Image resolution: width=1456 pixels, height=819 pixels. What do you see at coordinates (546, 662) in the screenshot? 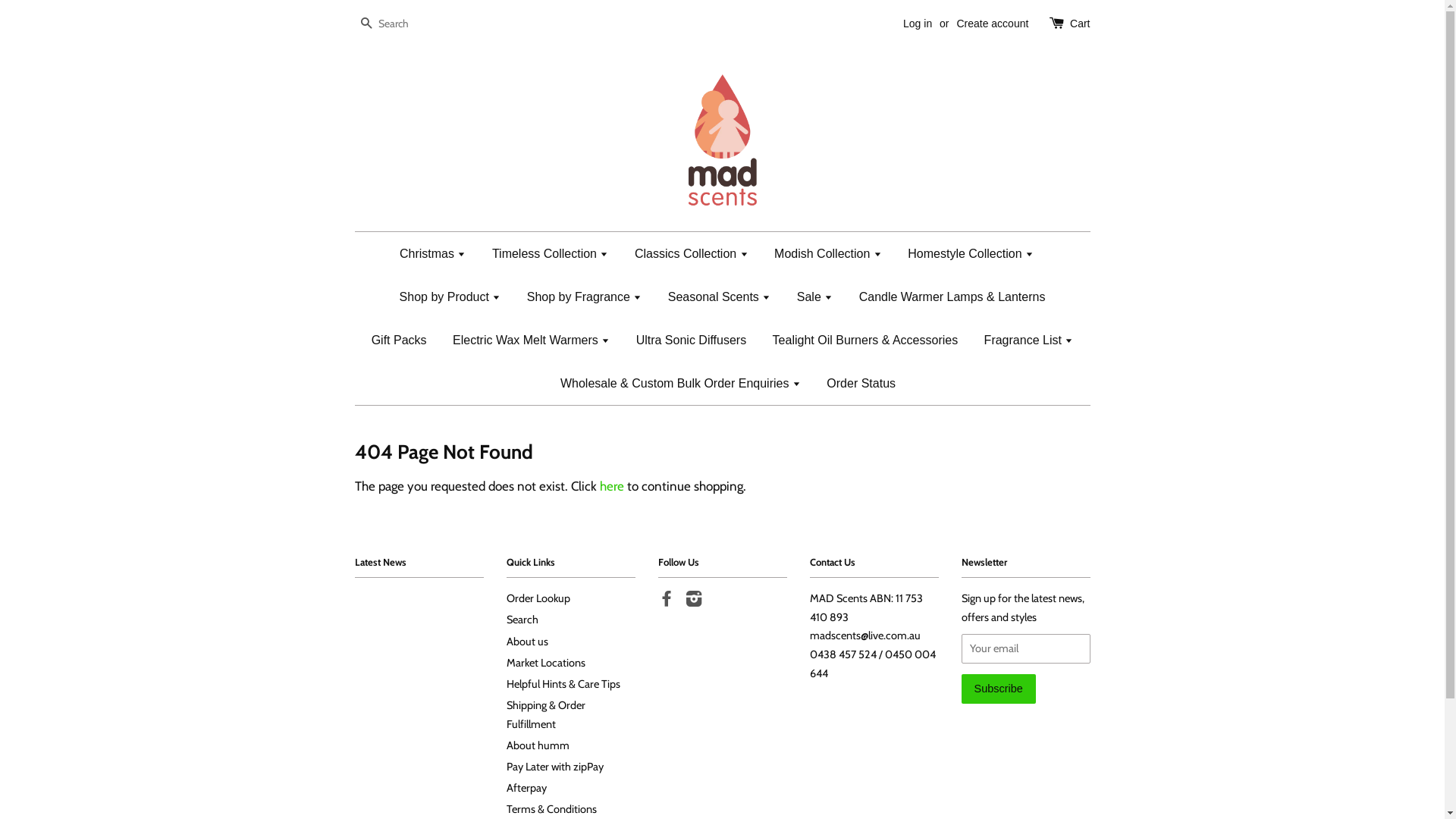
I see `'Market Locations'` at bounding box center [546, 662].